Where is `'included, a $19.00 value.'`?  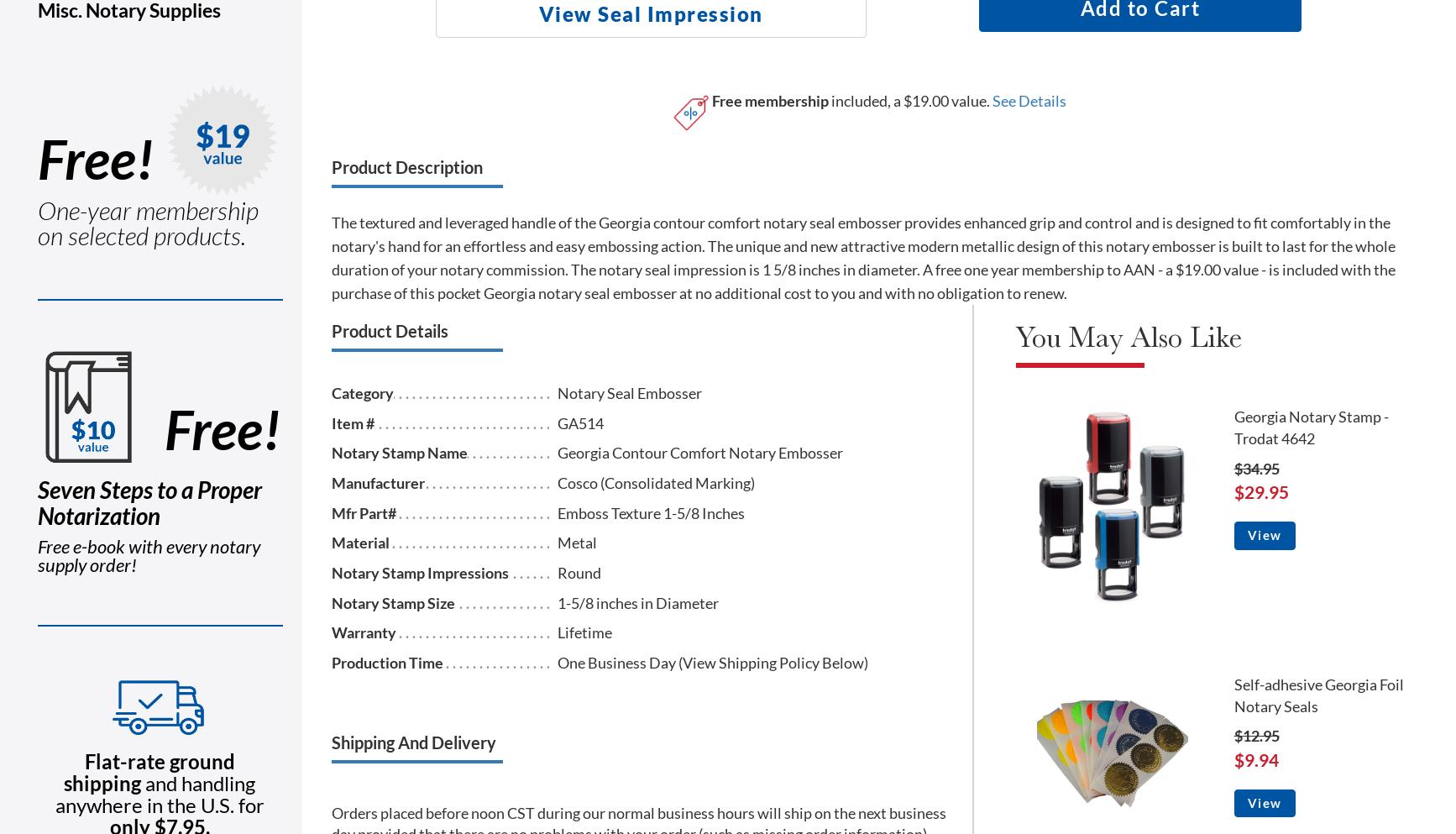
'included, a $19.00 value.' is located at coordinates (828, 100).